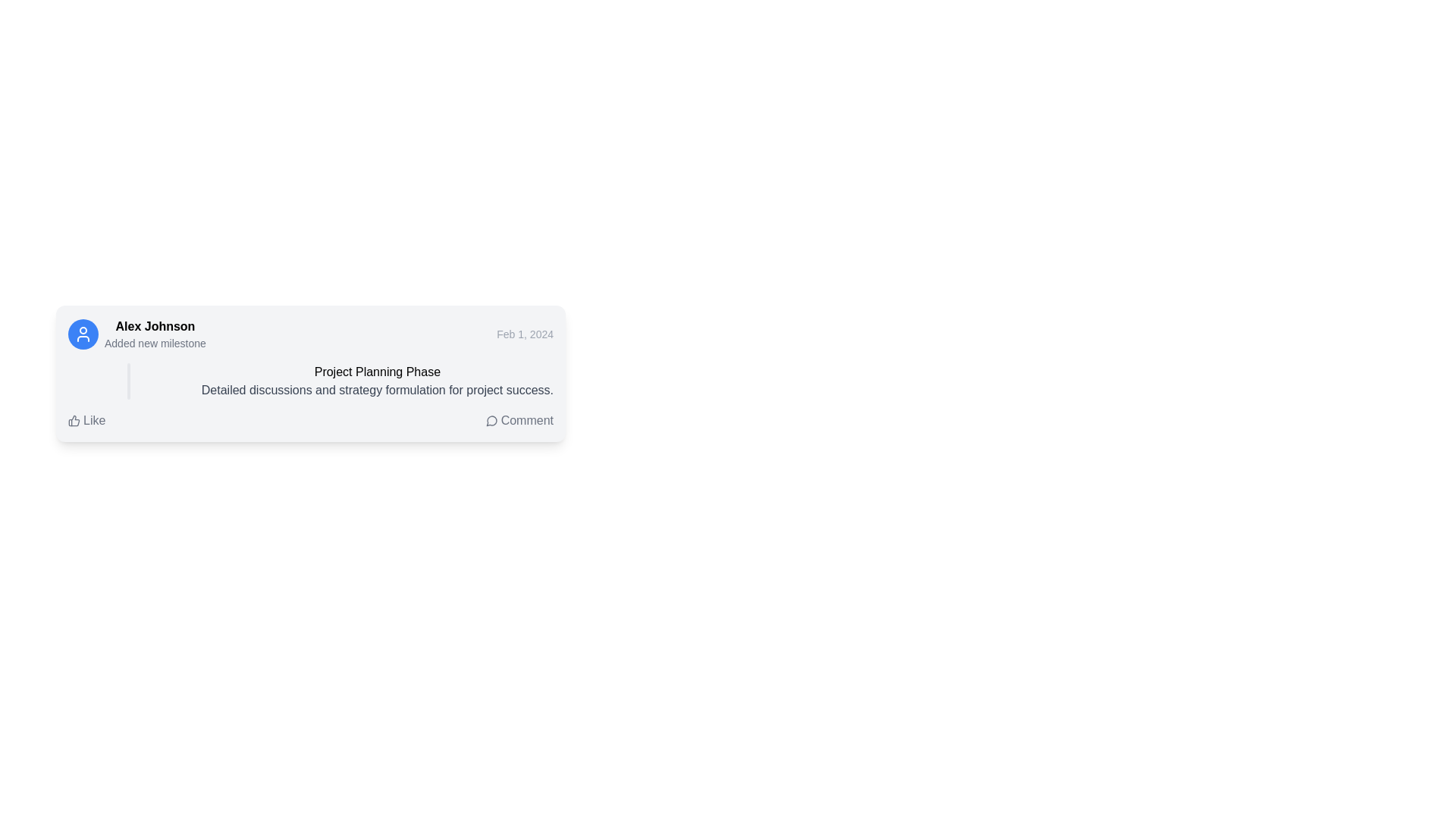 The image size is (1456, 819). Describe the element at coordinates (155, 333) in the screenshot. I see `the text label displaying 'Alex Johnson' followed by 'Added new milestone', located next to the blue circular user profile icon in the top-left section of the card` at that location.